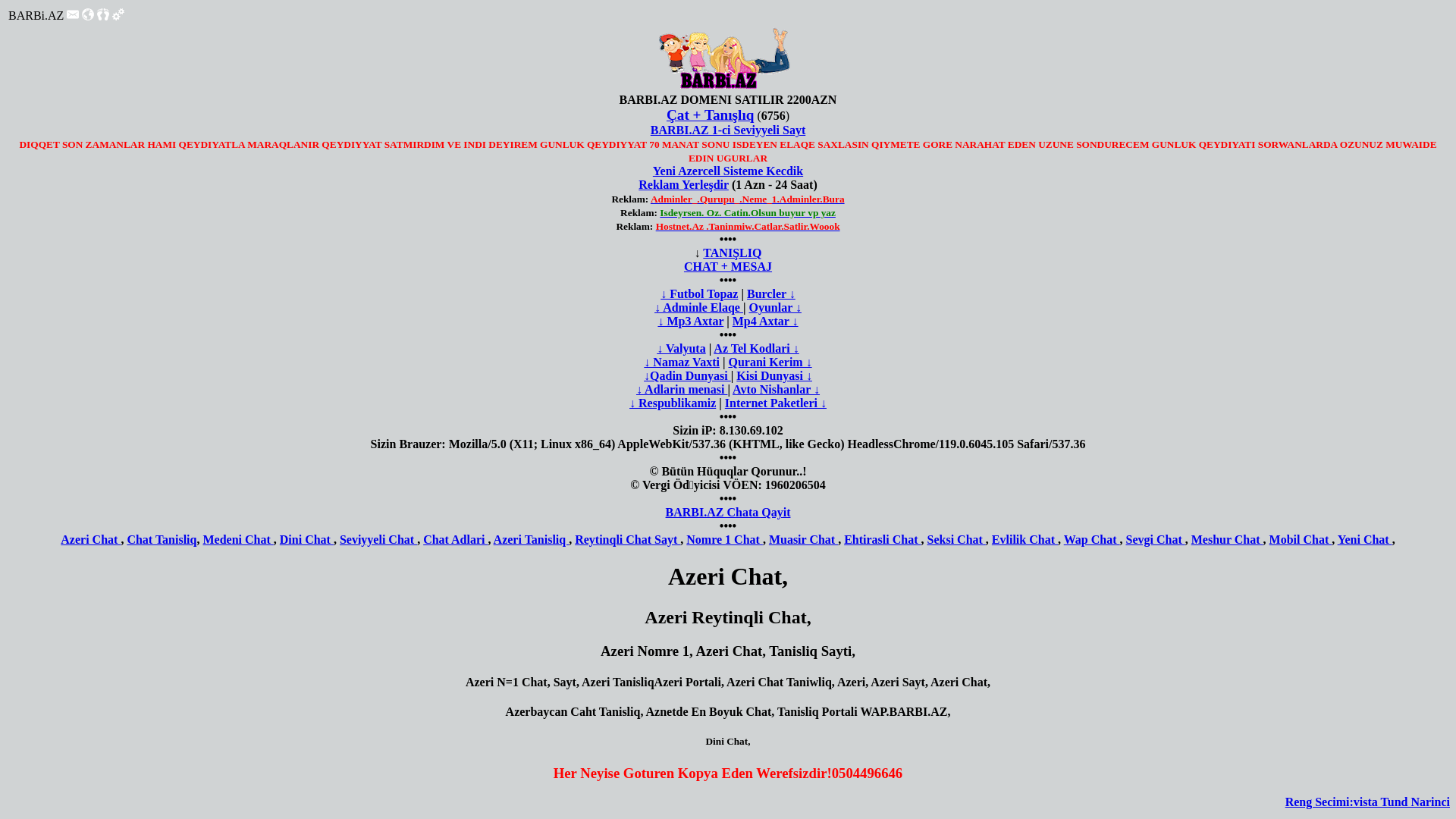  I want to click on 'Reng Secimi:vista Tund Narinci', so click(1367, 801).